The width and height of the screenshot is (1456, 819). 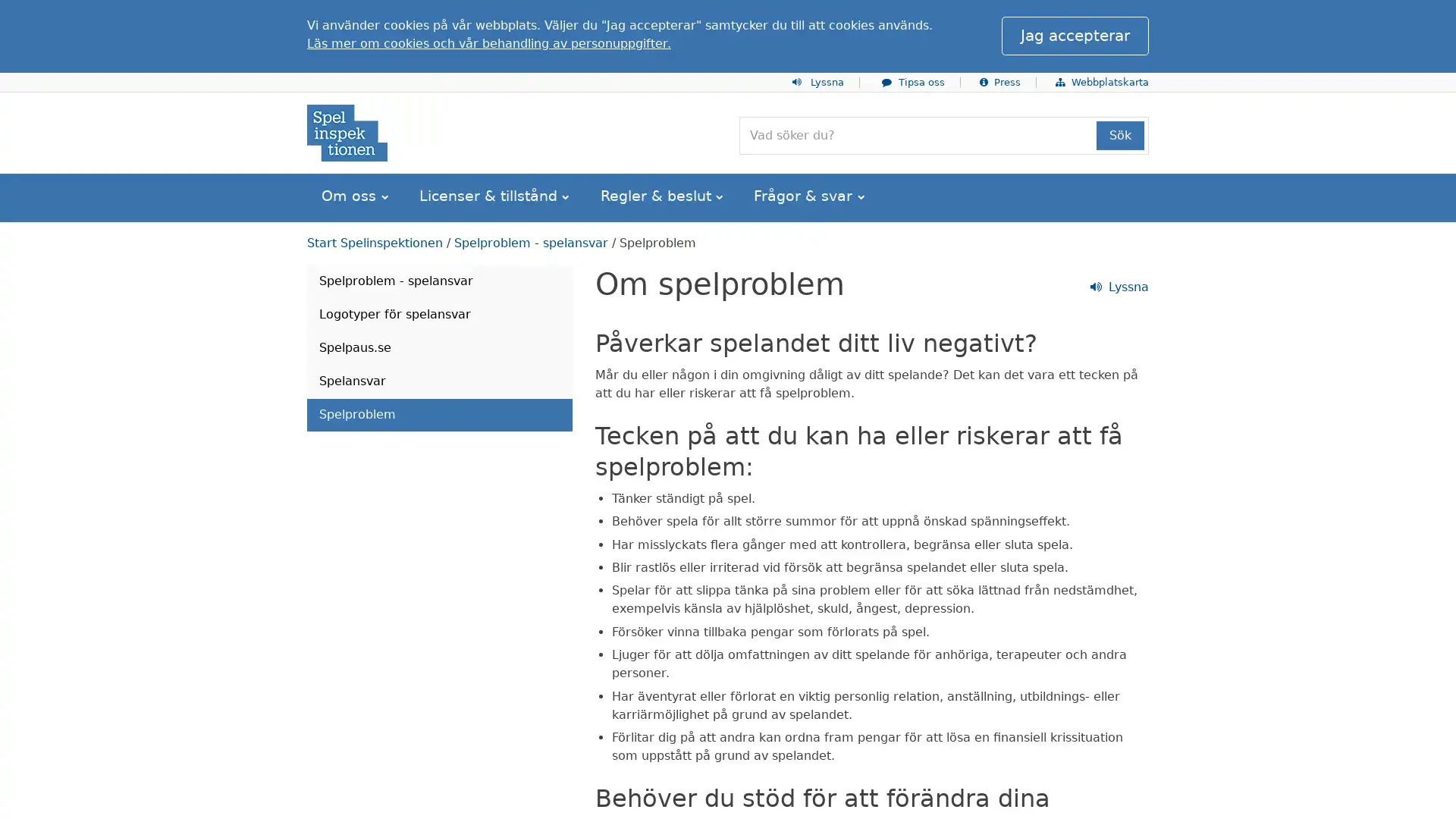 I want to click on webReaders meny, so click(x=318, y=283).